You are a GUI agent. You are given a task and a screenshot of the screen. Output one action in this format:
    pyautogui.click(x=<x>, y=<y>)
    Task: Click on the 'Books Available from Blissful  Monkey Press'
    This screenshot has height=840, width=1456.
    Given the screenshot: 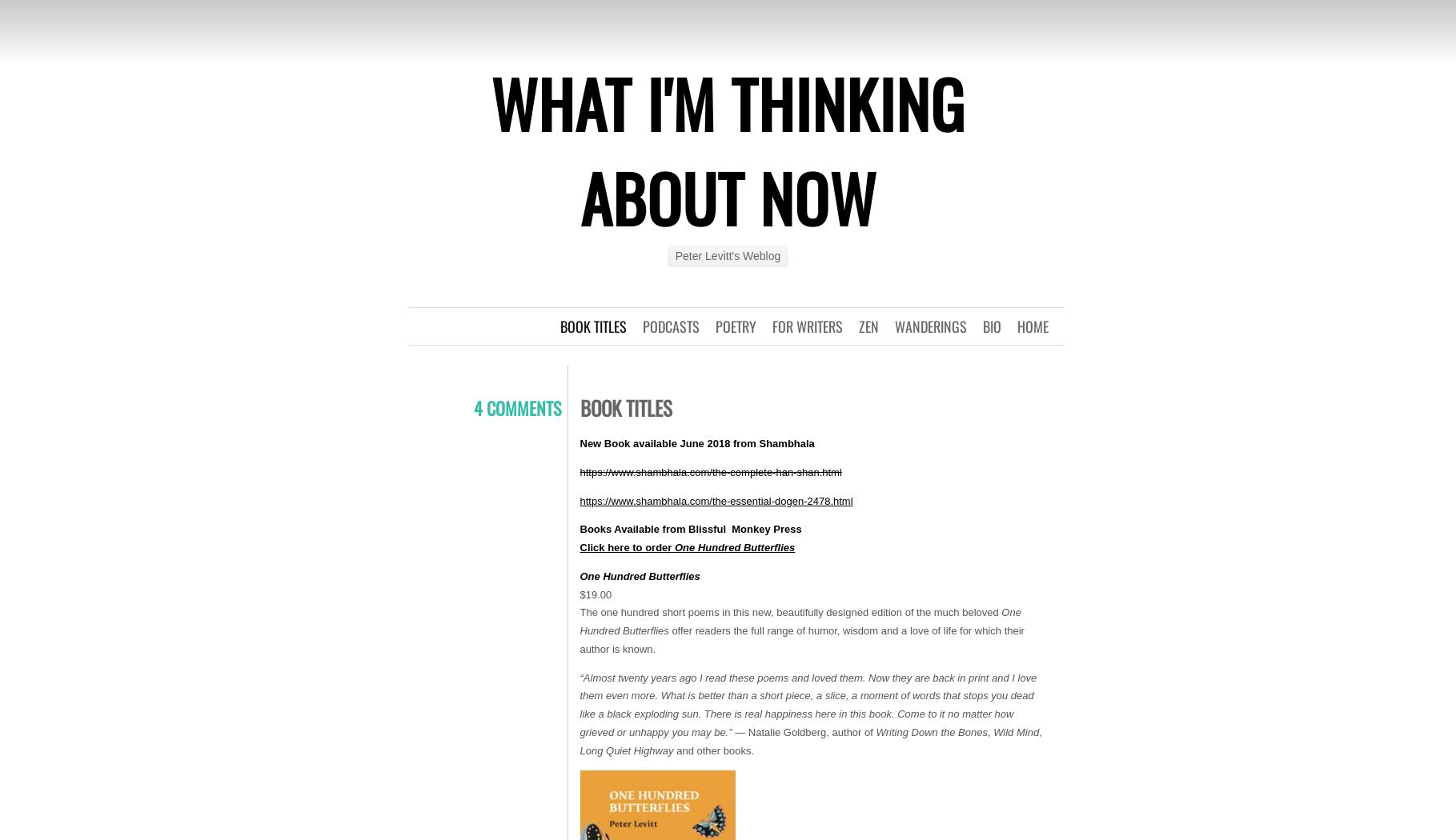 What is the action you would take?
    pyautogui.click(x=579, y=528)
    